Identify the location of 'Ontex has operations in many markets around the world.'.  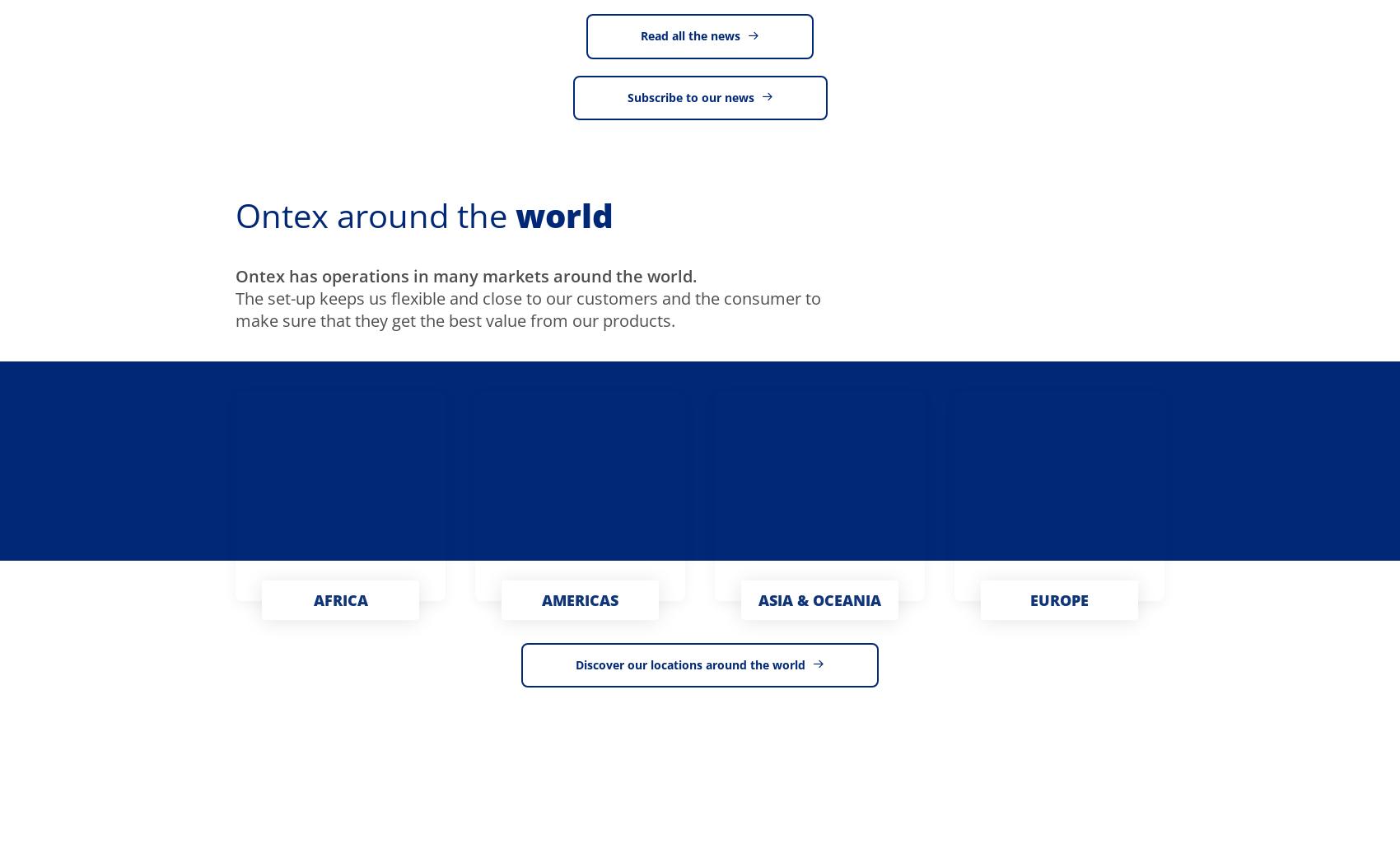
(464, 276).